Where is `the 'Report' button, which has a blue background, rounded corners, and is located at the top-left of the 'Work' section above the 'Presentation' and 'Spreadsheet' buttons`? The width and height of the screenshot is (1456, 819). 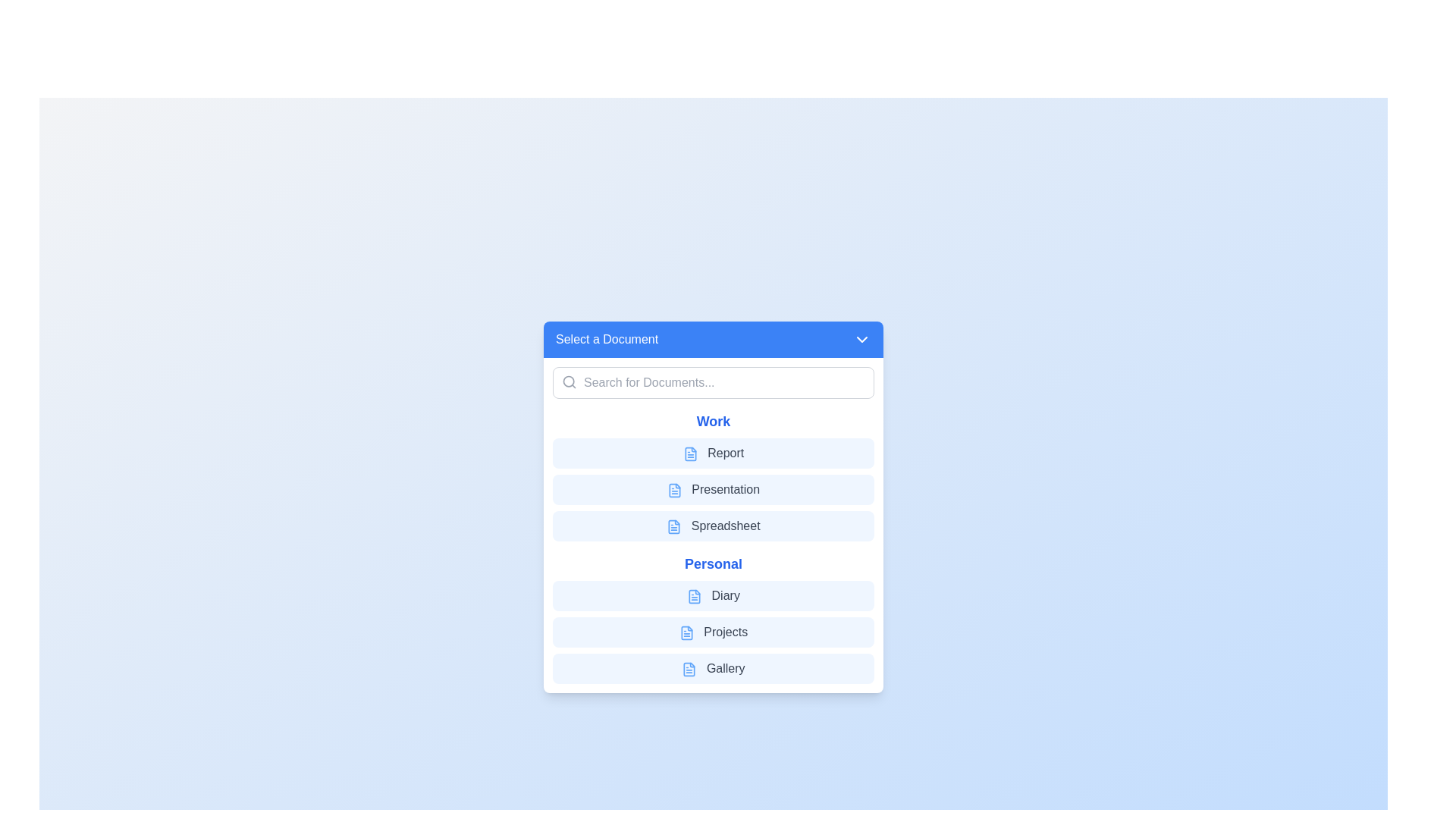
the 'Report' button, which has a blue background, rounded corners, and is located at the top-left of the 'Work' section above the 'Presentation' and 'Spreadsheet' buttons is located at coordinates (712, 452).